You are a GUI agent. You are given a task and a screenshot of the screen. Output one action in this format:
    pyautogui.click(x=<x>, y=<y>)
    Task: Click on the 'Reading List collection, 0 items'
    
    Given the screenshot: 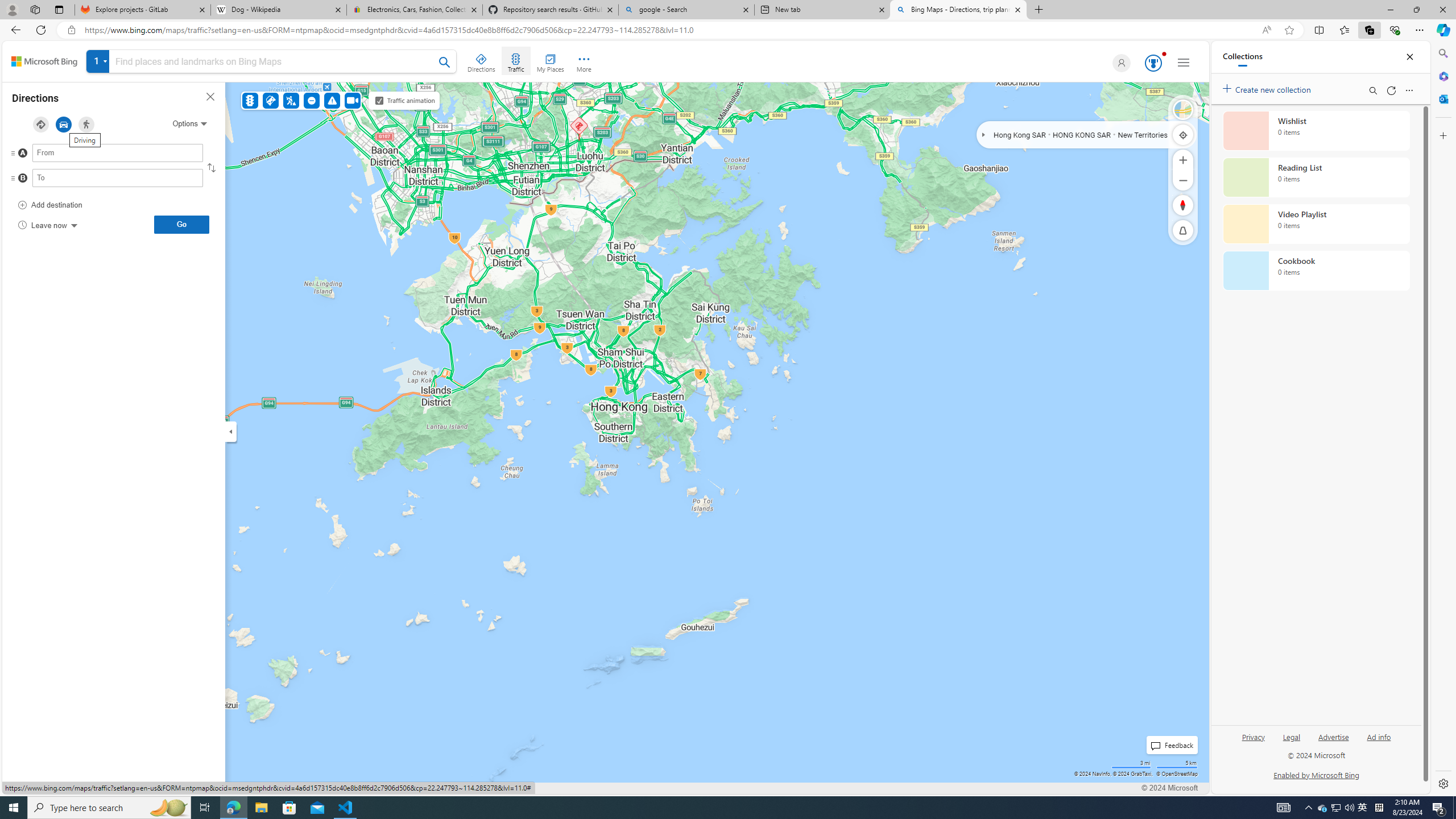 What is the action you would take?
    pyautogui.click(x=1316, y=176)
    